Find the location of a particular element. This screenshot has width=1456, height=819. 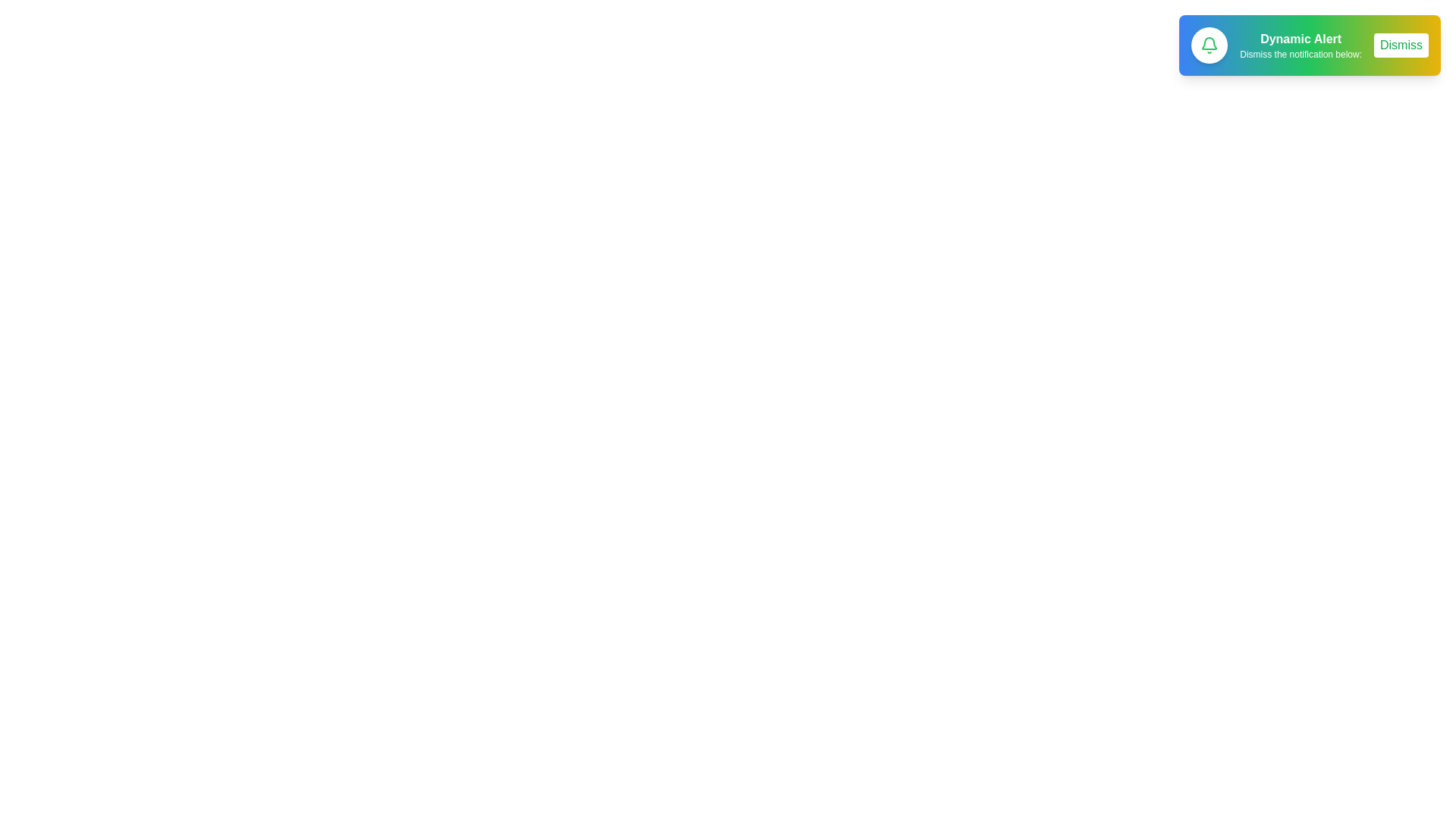

the 'Dismiss' button to dismiss the notification is located at coordinates (1401, 45).